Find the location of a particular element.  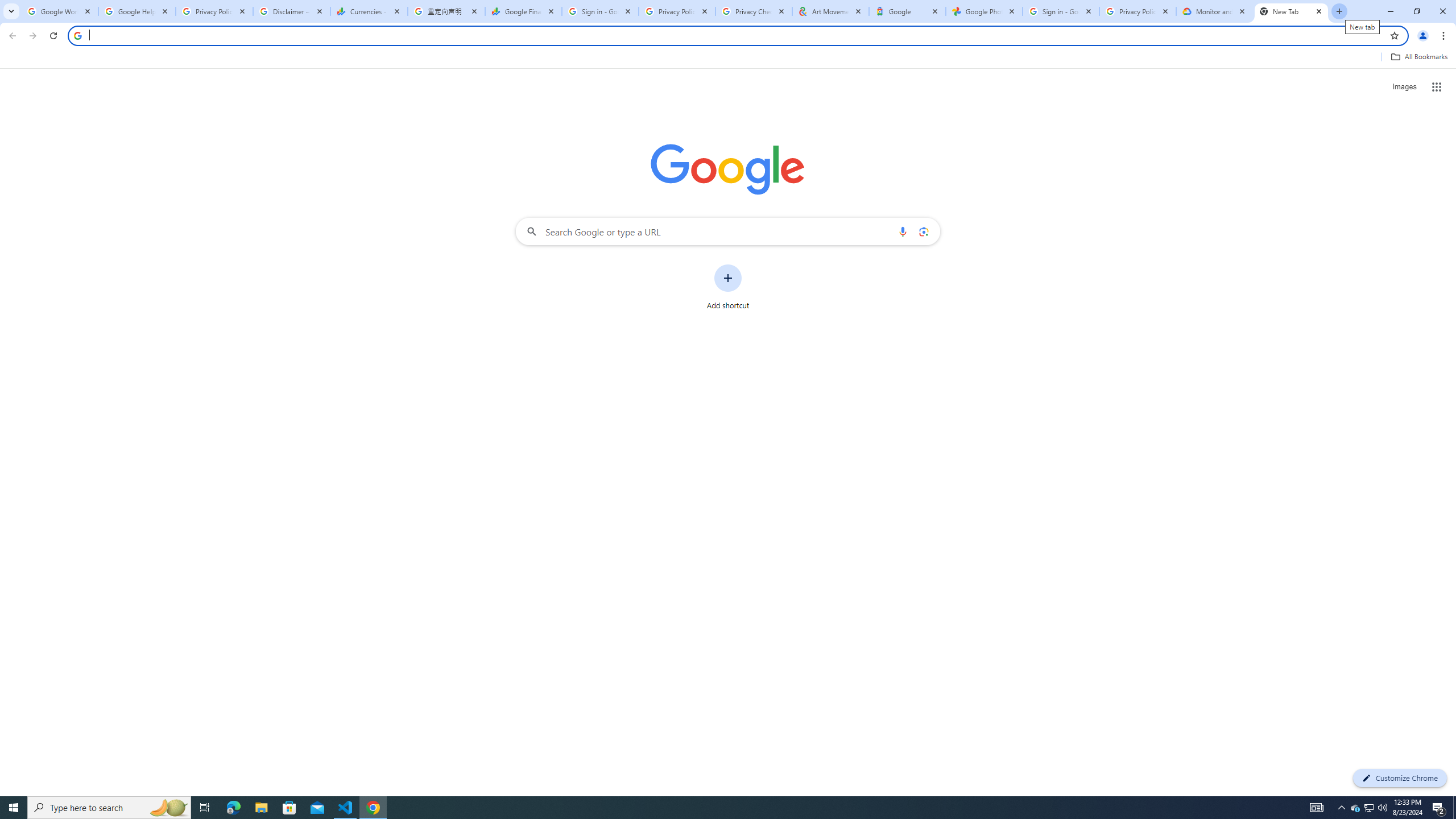

'Search Google or type a URL' is located at coordinates (728, 230).